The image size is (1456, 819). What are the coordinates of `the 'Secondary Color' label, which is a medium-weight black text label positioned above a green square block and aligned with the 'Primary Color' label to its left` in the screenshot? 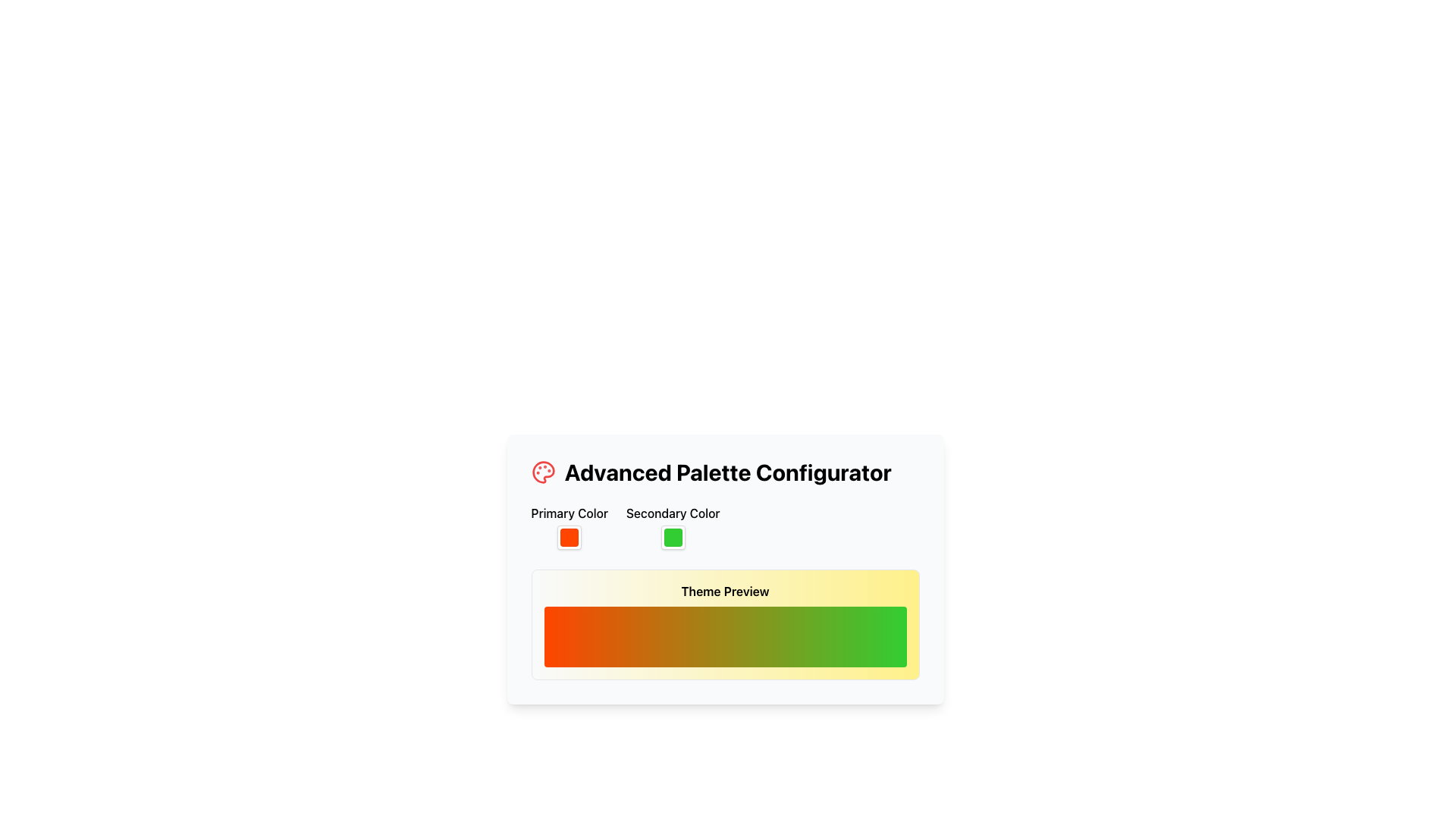 It's located at (672, 526).